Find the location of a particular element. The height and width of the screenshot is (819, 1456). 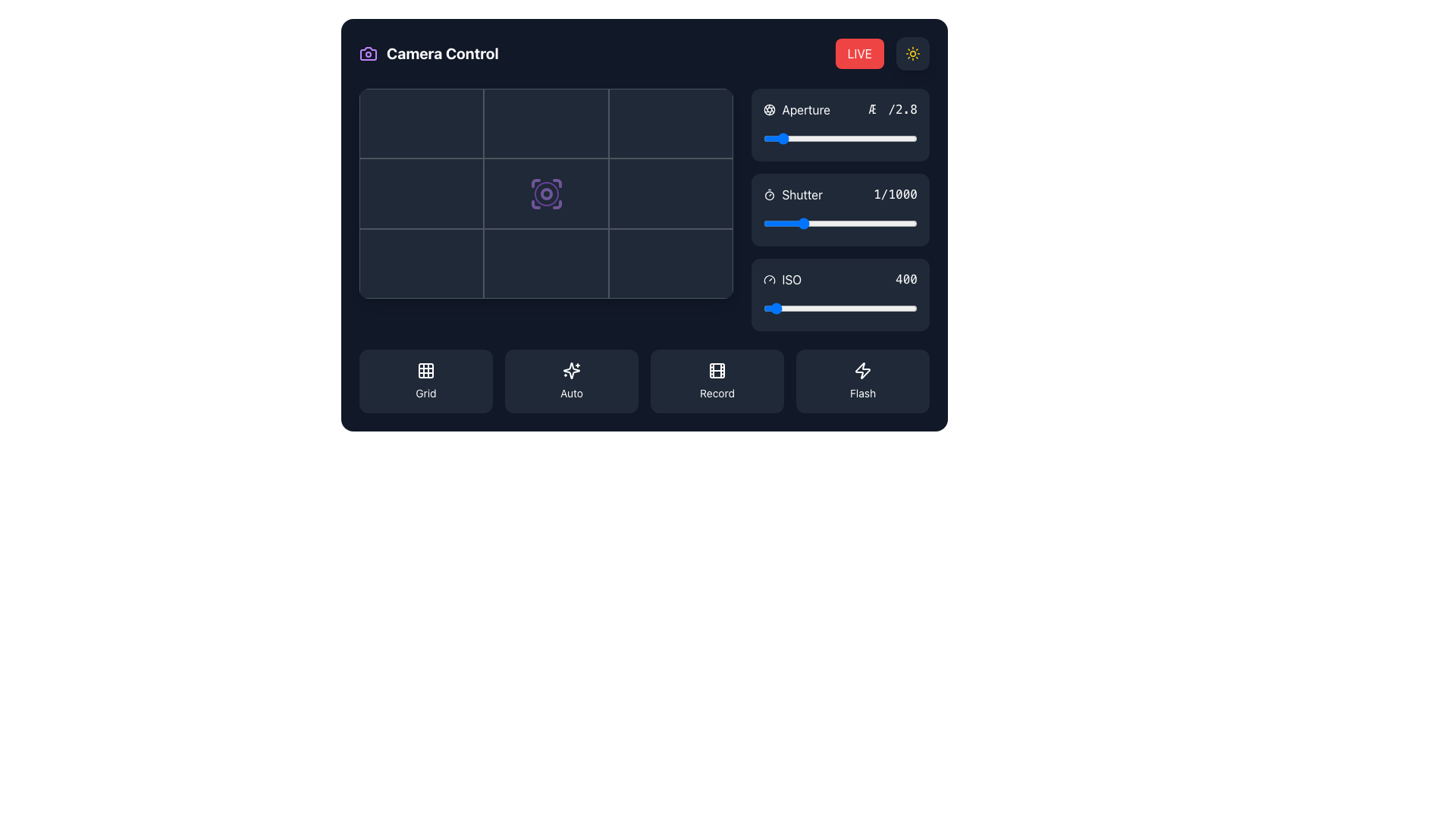

ISO value is located at coordinates (779, 308).